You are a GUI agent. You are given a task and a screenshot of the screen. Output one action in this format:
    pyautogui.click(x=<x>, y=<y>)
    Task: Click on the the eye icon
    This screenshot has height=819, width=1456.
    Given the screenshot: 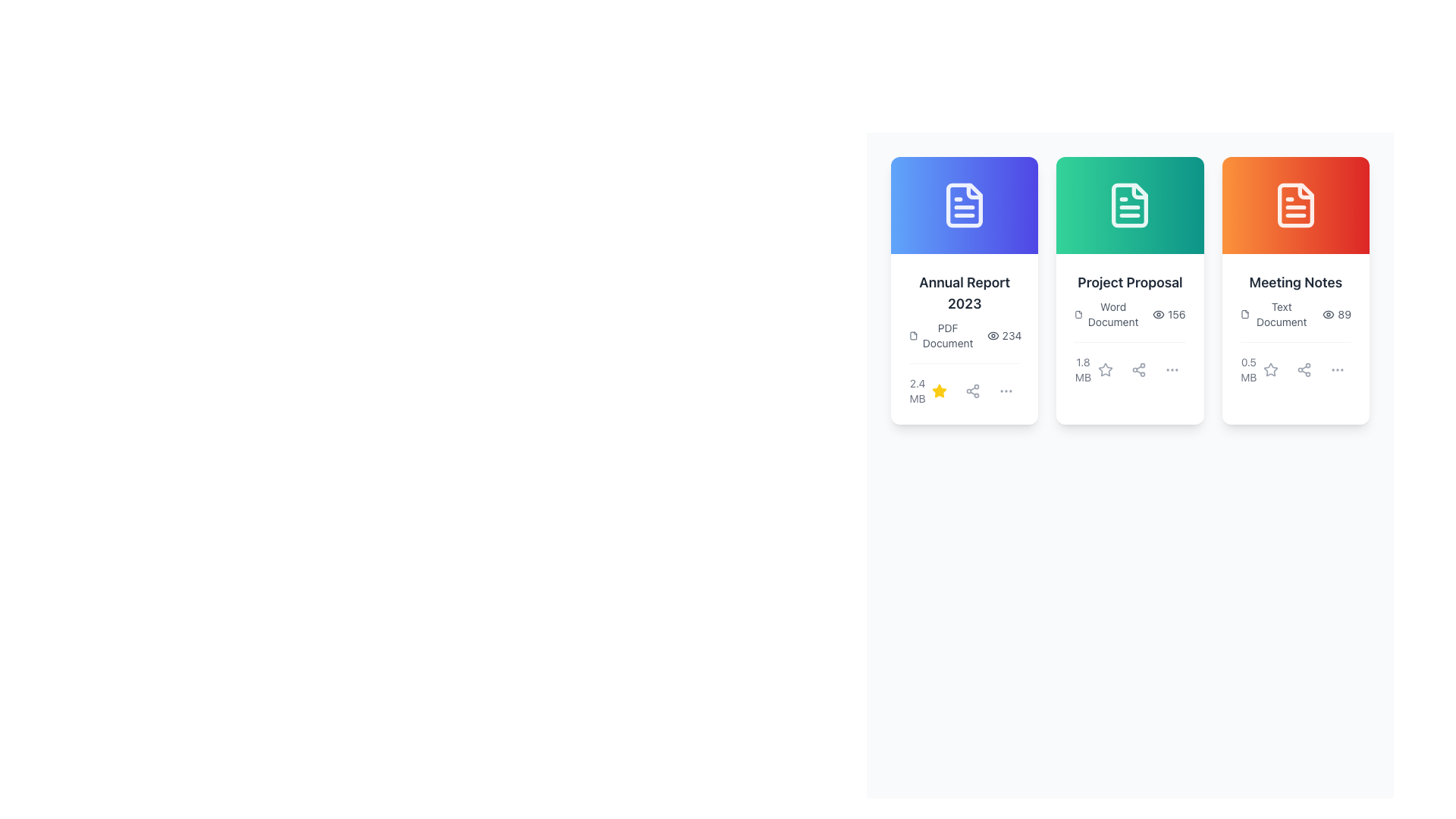 What is the action you would take?
    pyautogui.click(x=1157, y=314)
    